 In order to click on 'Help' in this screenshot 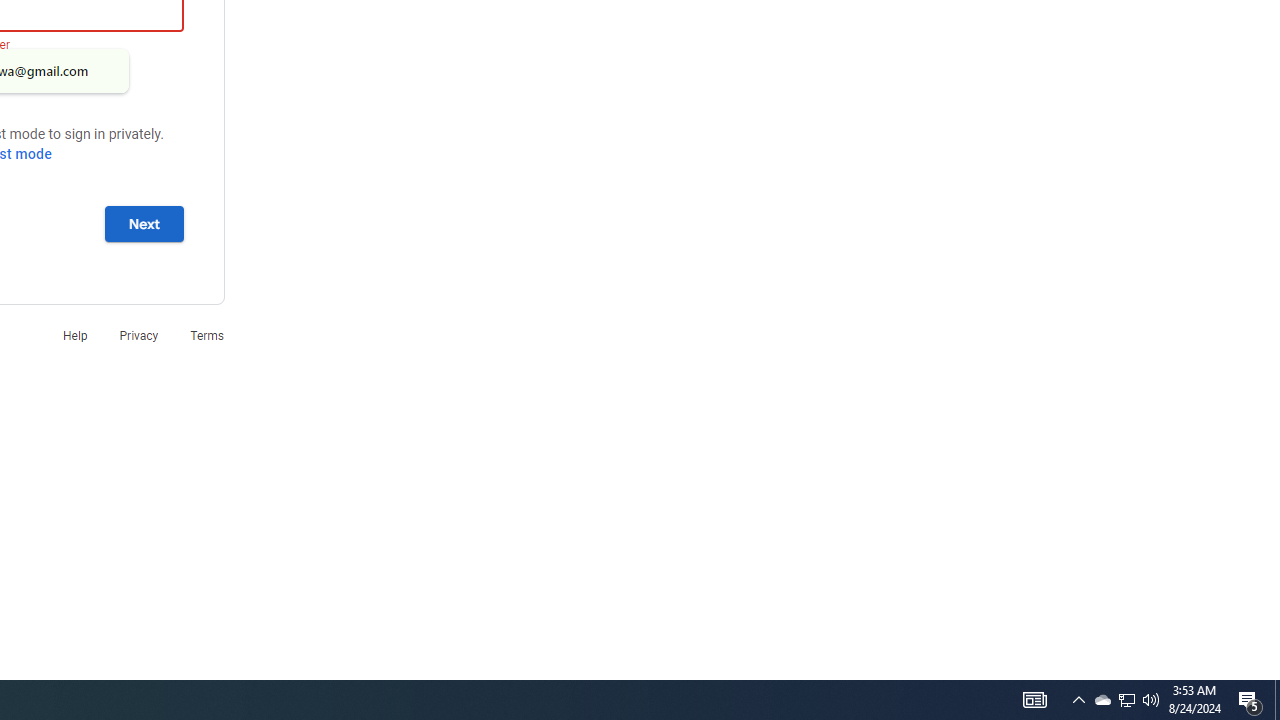, I will do `click(74, 334)`.